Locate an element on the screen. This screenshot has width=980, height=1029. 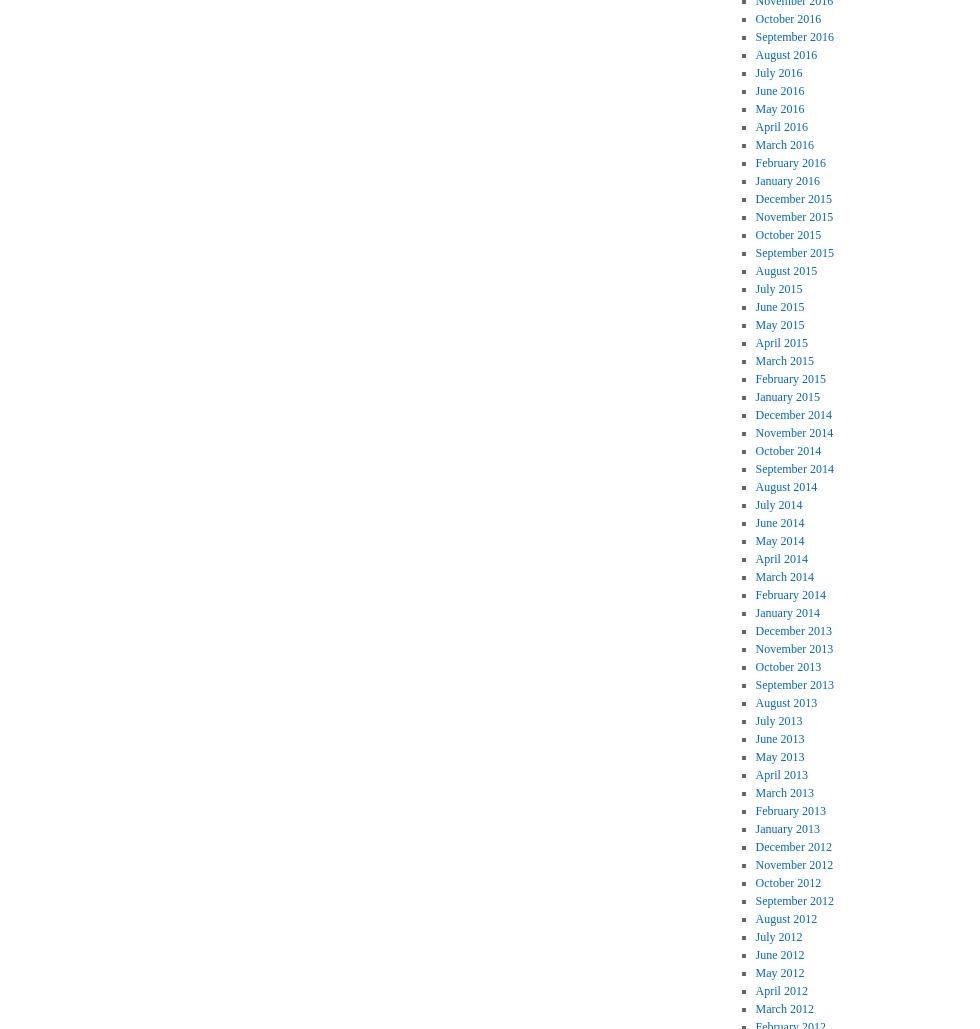
'April 2013' is located at coordinates (780, 775).